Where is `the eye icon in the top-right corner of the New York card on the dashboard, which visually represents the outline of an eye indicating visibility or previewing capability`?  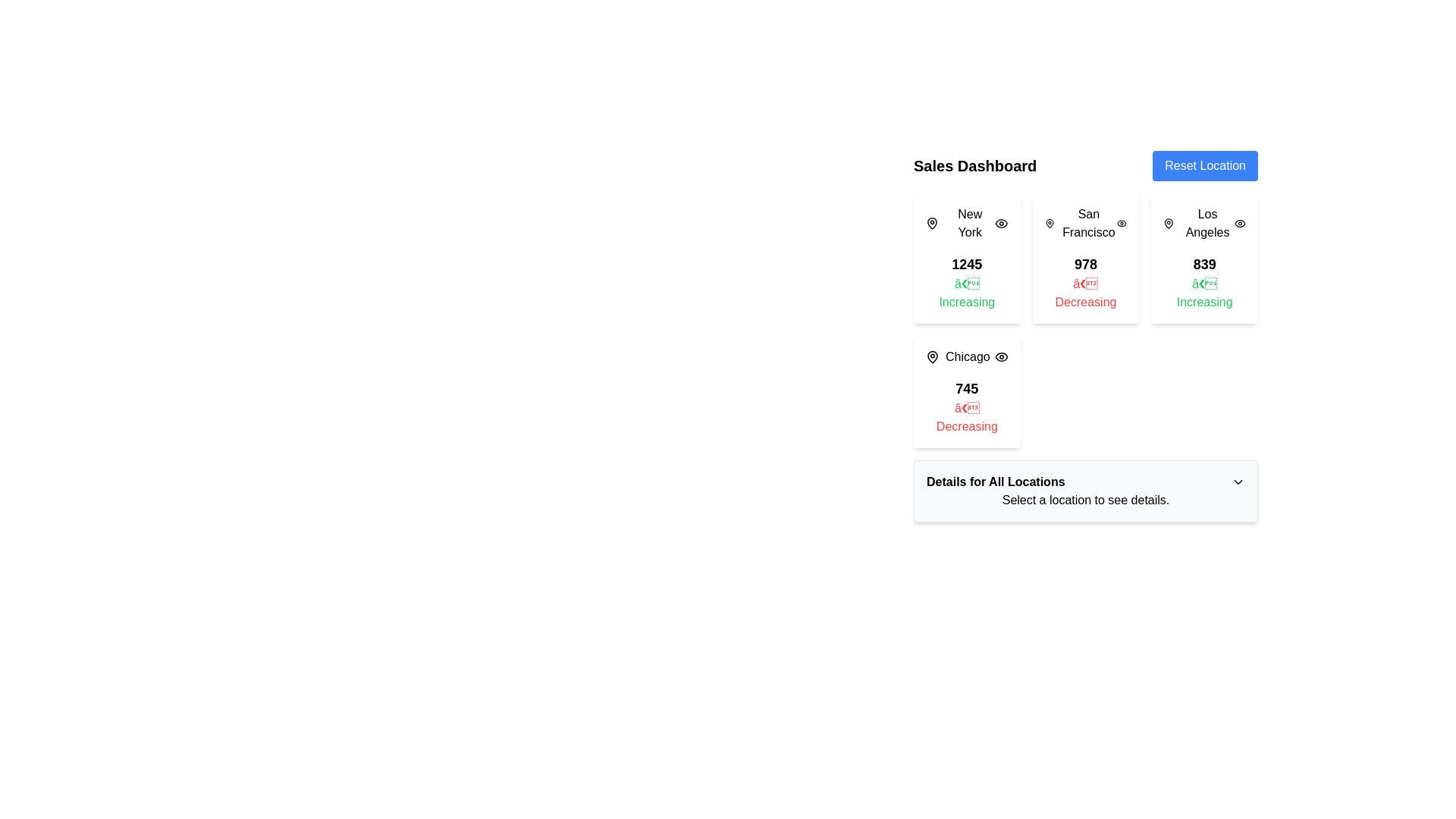
the eye icon in the top-right corner of the New York card on the dashboard, which visually represents the outline of an eye indicating visibility or previewing capability is located at coordinates (1001, 223).